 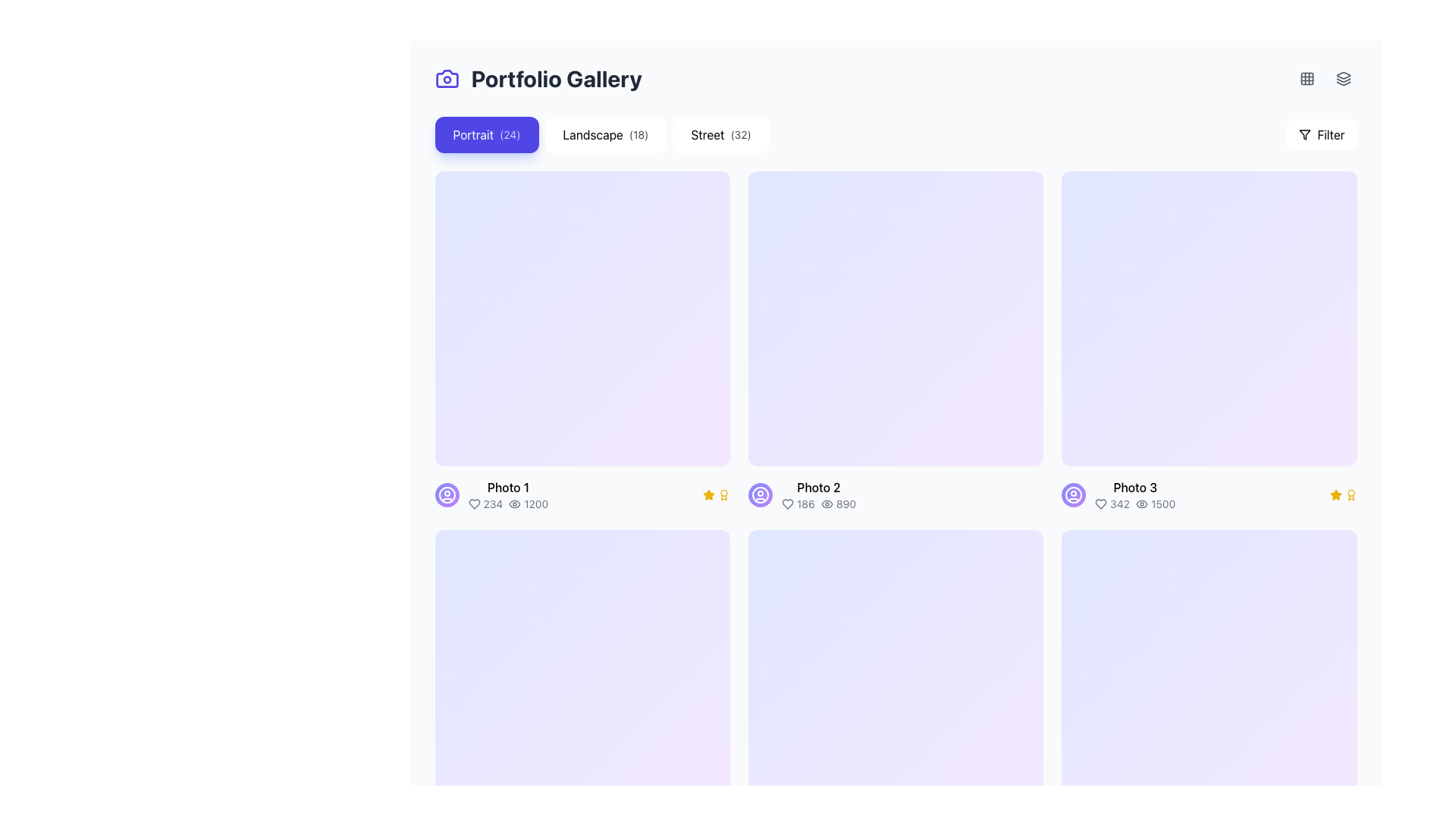 What do you see at coordinates (446, 495) in the screenshot?
I see `the circular graphical icon with a gradient background and a white user profile icon` at bounding box center [446, 495].